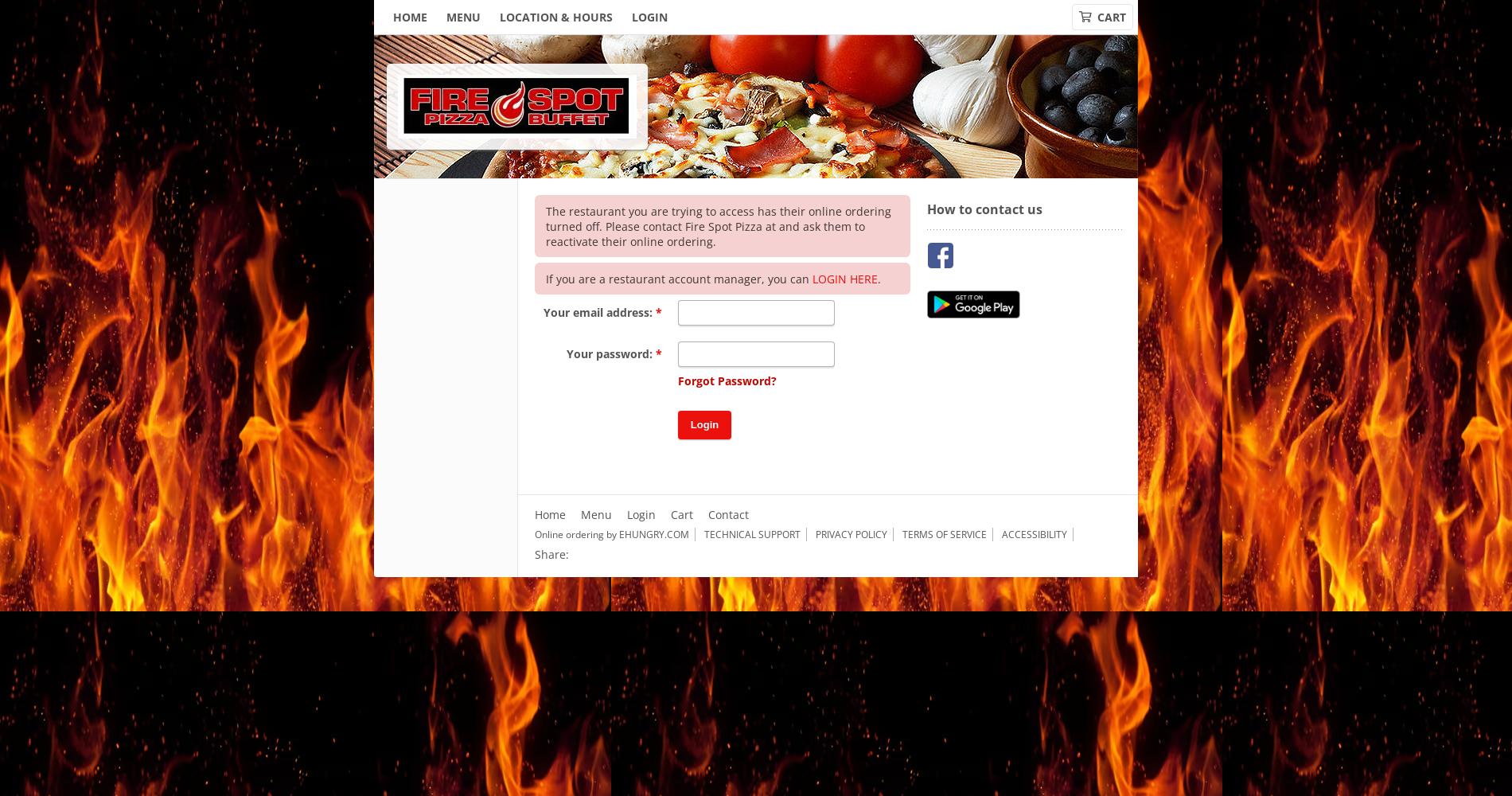  What do you see at coordinates (727, 514) in the screenshot?
I see `'Contact'` at bounding box center [727, 514].